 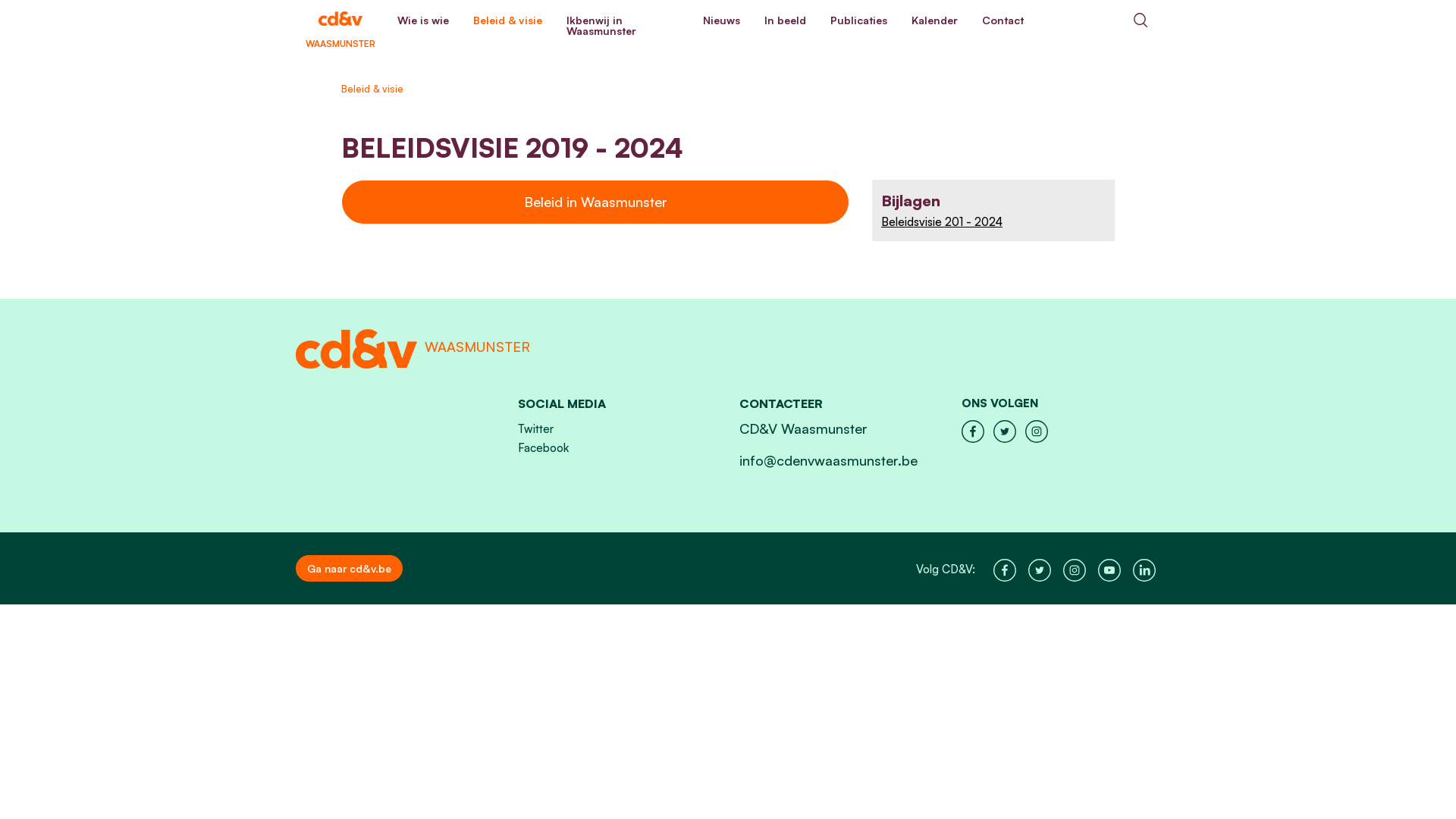 I want to click on 'Twitter', so click(x=535, y=428).